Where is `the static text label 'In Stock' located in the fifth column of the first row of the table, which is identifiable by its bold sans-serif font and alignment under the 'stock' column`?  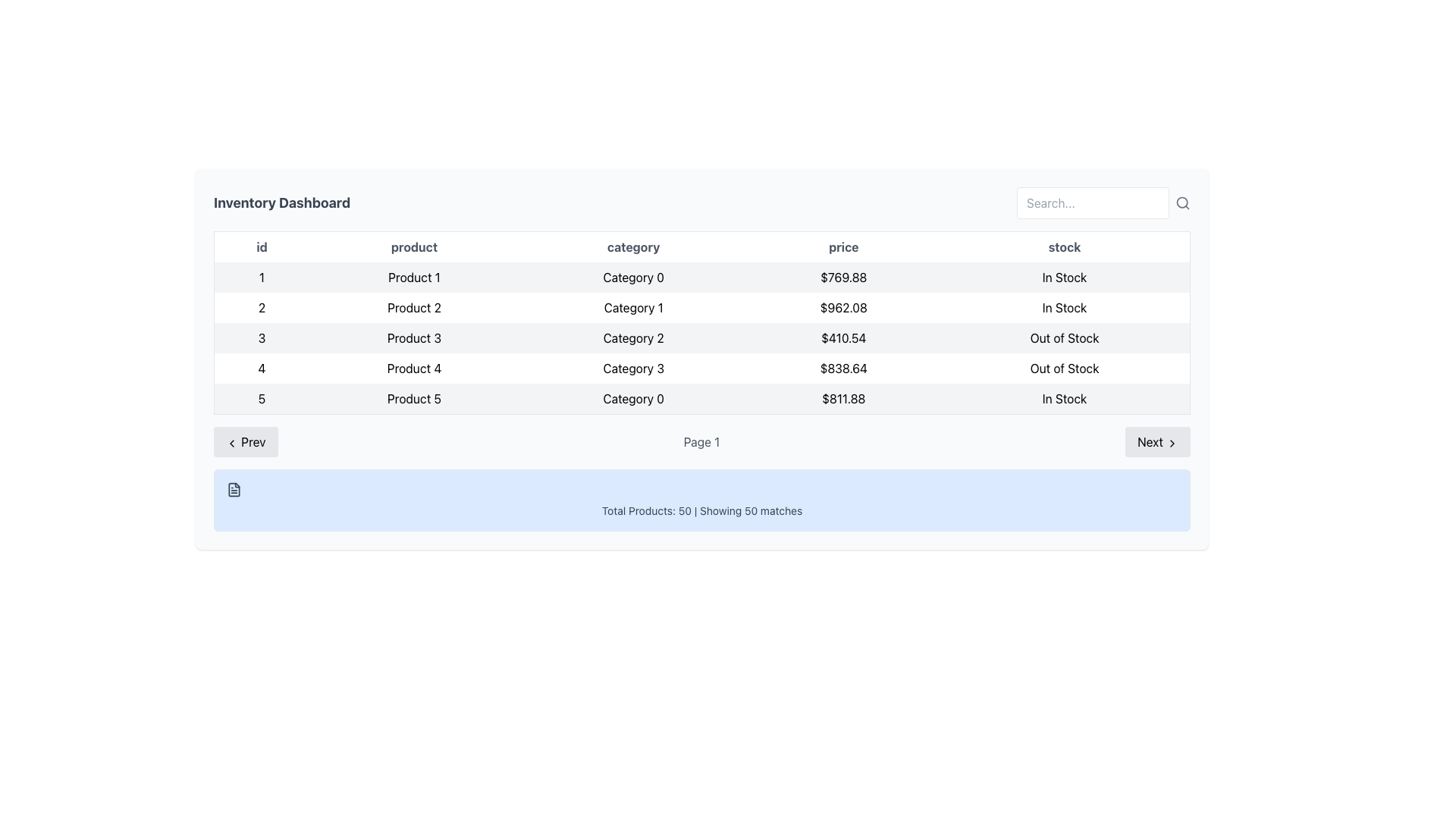
the static text label 'In Stock' located in the fifth column of the first row of the table, which is identifiable by its bold sans-serif font and alignment under the 'stock' column is located at coordinates (1064, 278).